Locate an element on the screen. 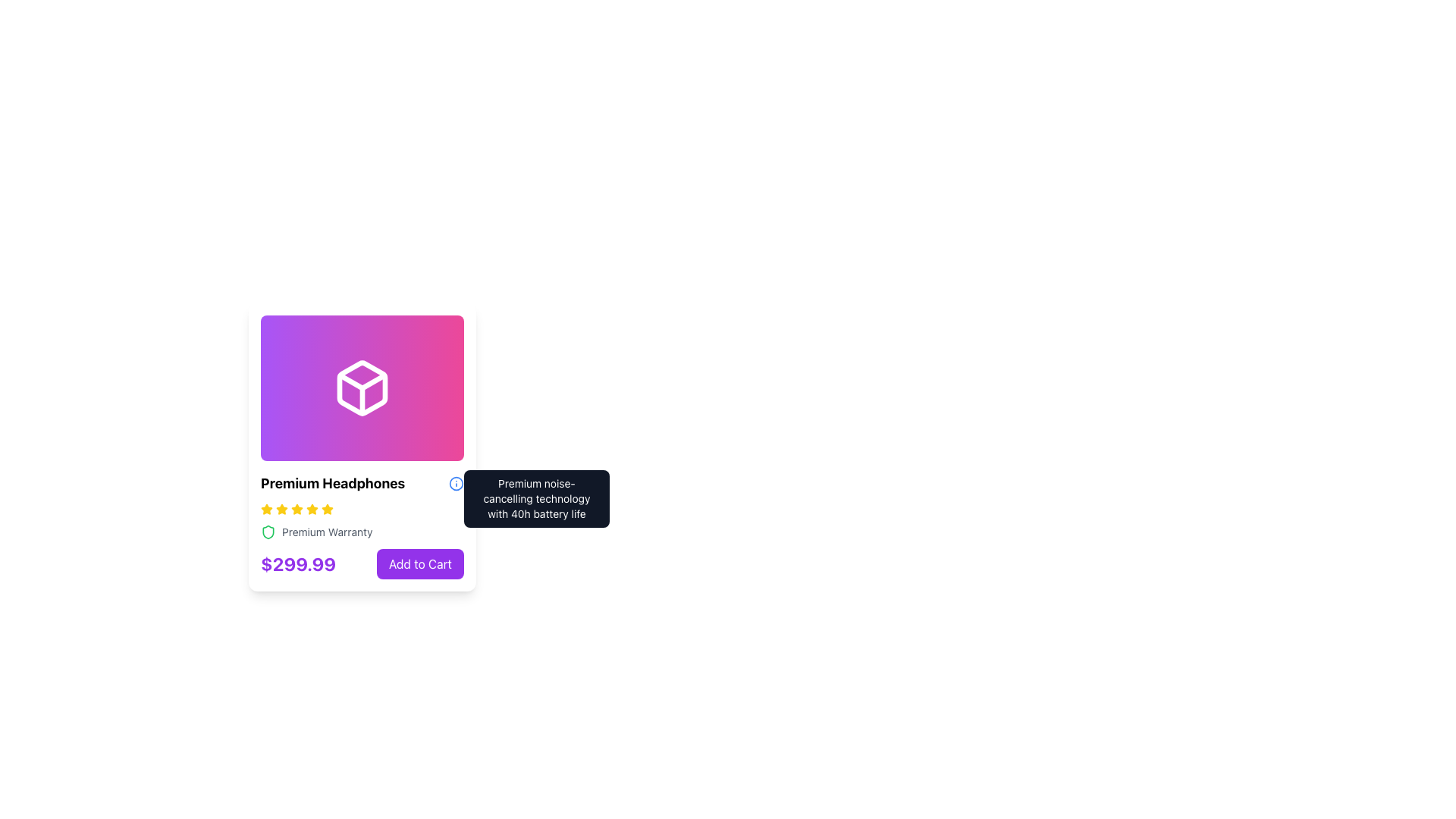 The height and width of the screenshot is (819, 1456). the fourth star in the rating system under the 'Premium Headphones' title is located at coordinates (297, 509).